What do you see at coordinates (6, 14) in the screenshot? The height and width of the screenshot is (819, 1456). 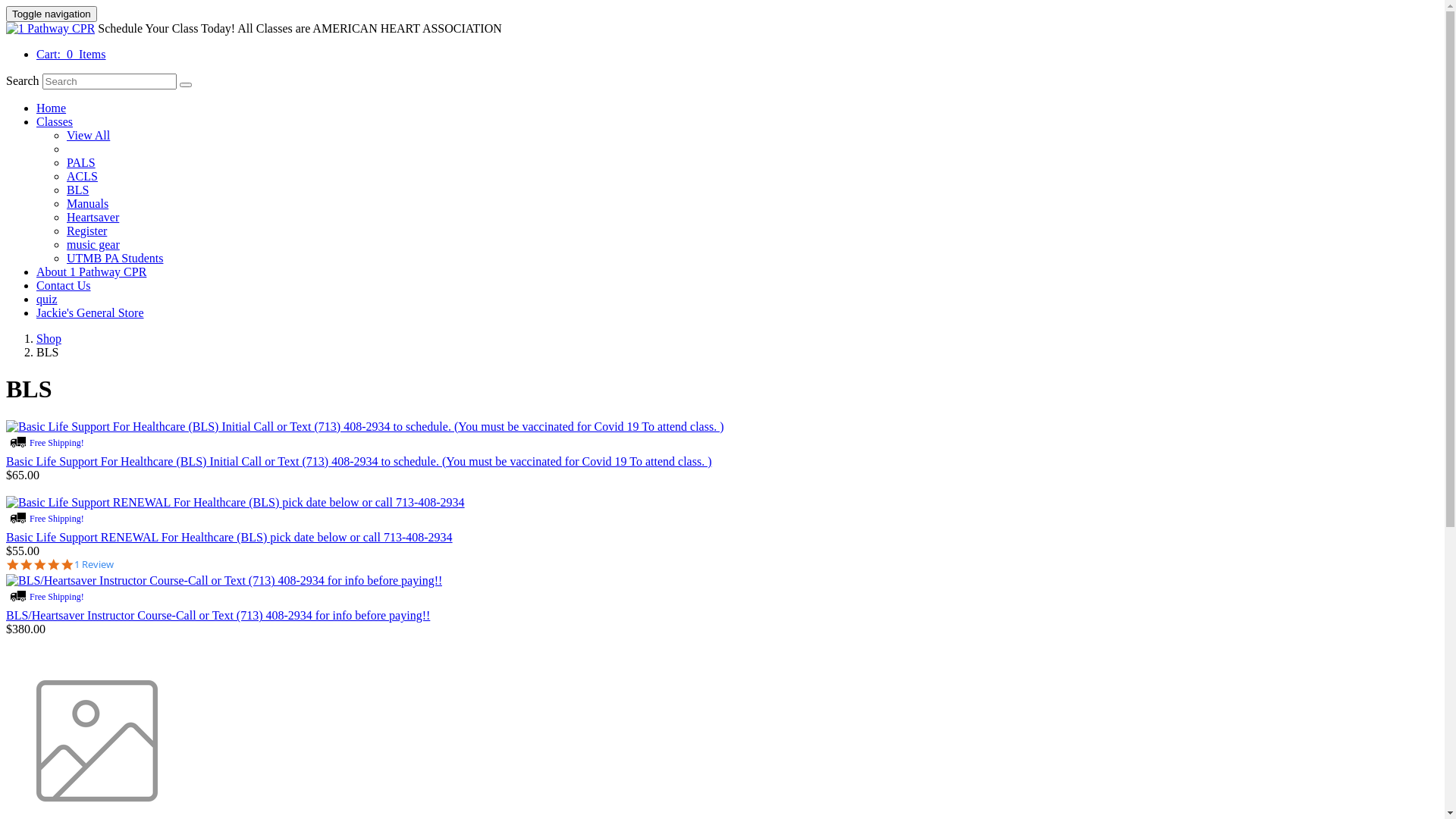 I see `'Toggle navigation'` at bounding box center [6, 14].